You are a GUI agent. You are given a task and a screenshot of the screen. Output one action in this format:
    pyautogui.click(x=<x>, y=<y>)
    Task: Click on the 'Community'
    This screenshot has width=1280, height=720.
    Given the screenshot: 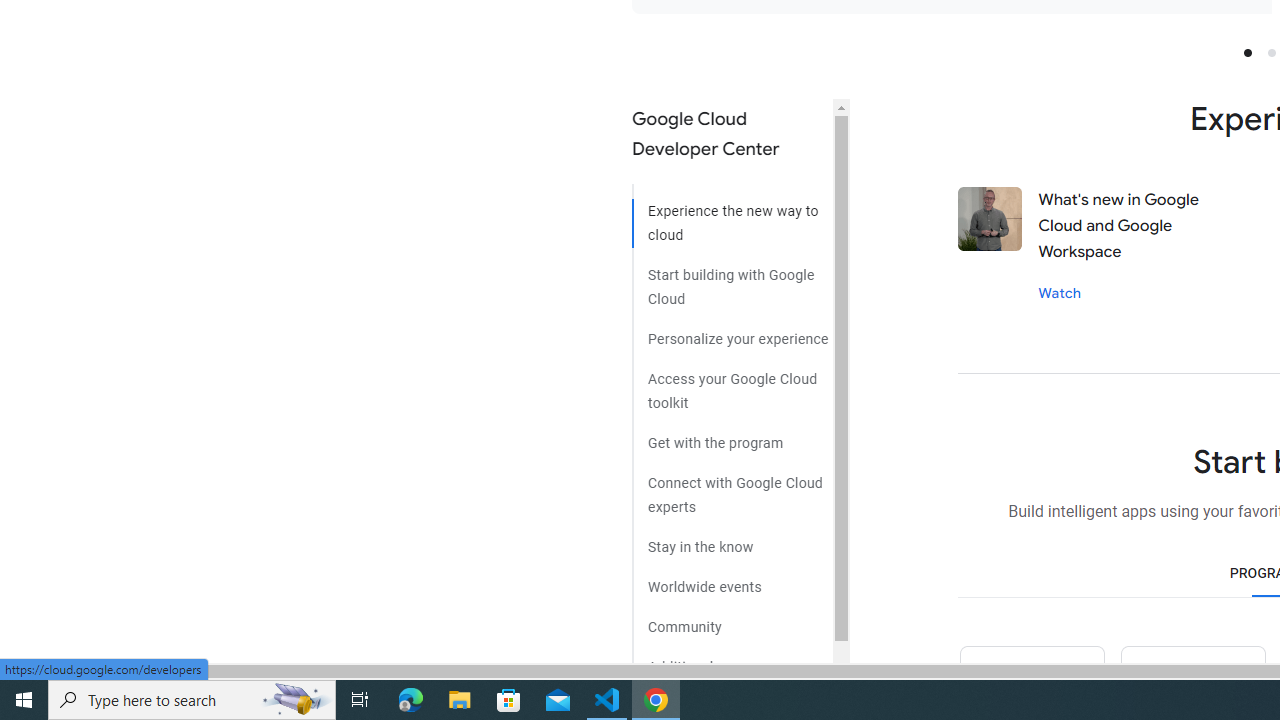 What is the action you would take?
    pyautogui.click(x=731, y=618)
    